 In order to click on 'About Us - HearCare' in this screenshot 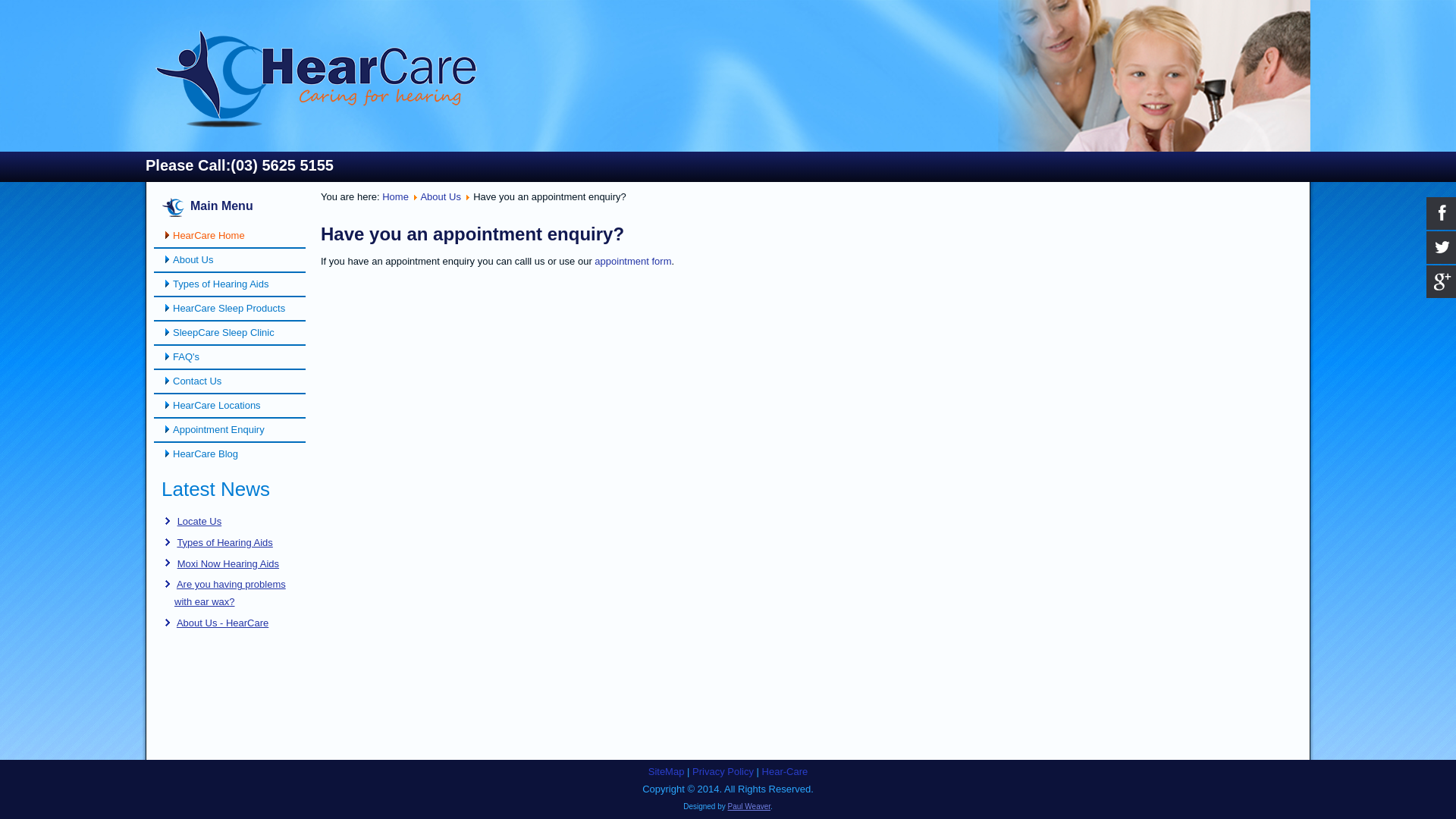, I will do `click(221, 623)`.